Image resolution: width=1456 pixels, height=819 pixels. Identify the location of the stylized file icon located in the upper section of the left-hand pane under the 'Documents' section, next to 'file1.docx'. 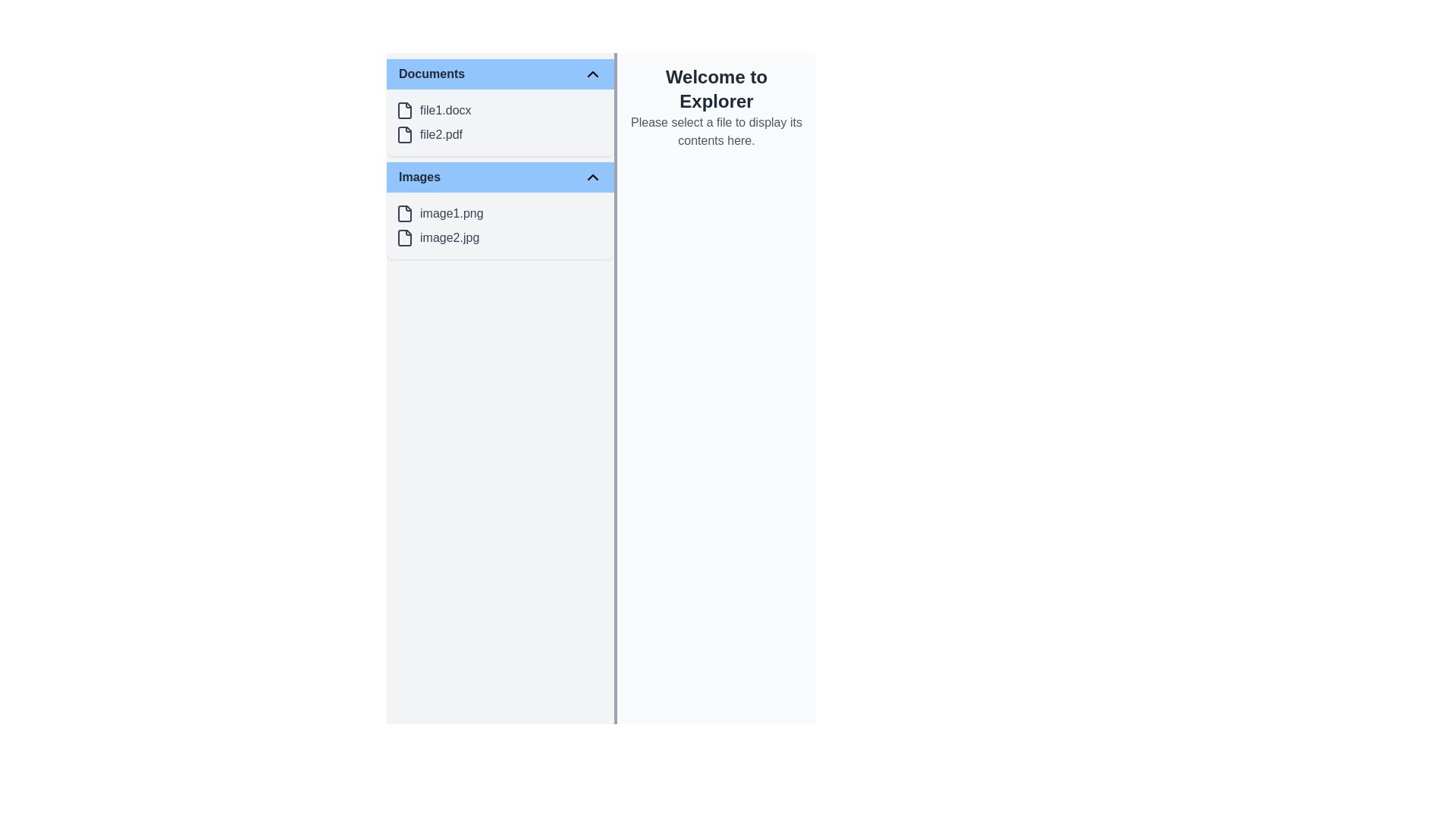
(404, 110).